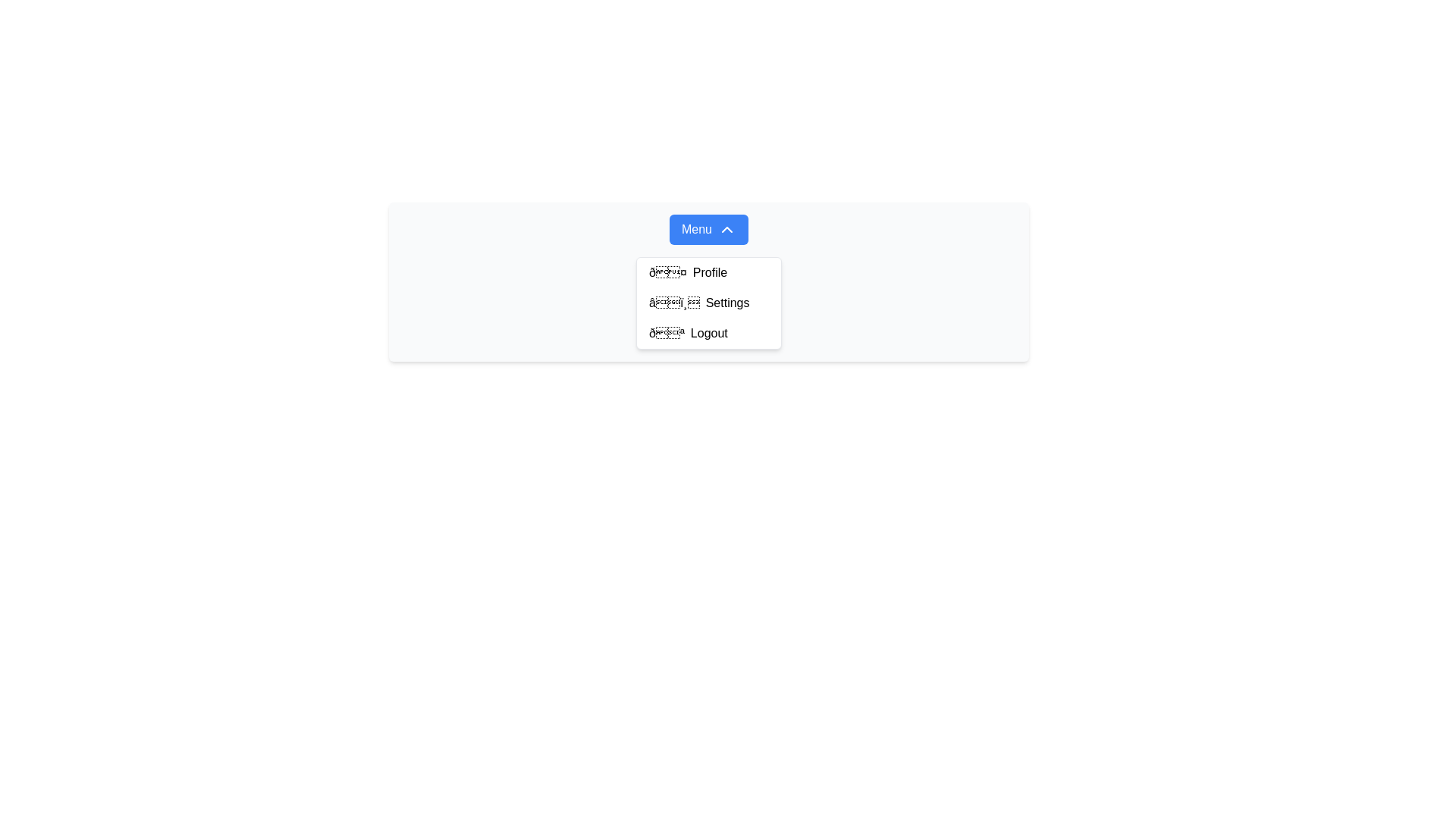 The image size is (1456, 819). What do you see at coordinates (708, 230) in the screenshot?
I see `the 'Menu' button with a blue background and white text` at bounding box center [708, 230].